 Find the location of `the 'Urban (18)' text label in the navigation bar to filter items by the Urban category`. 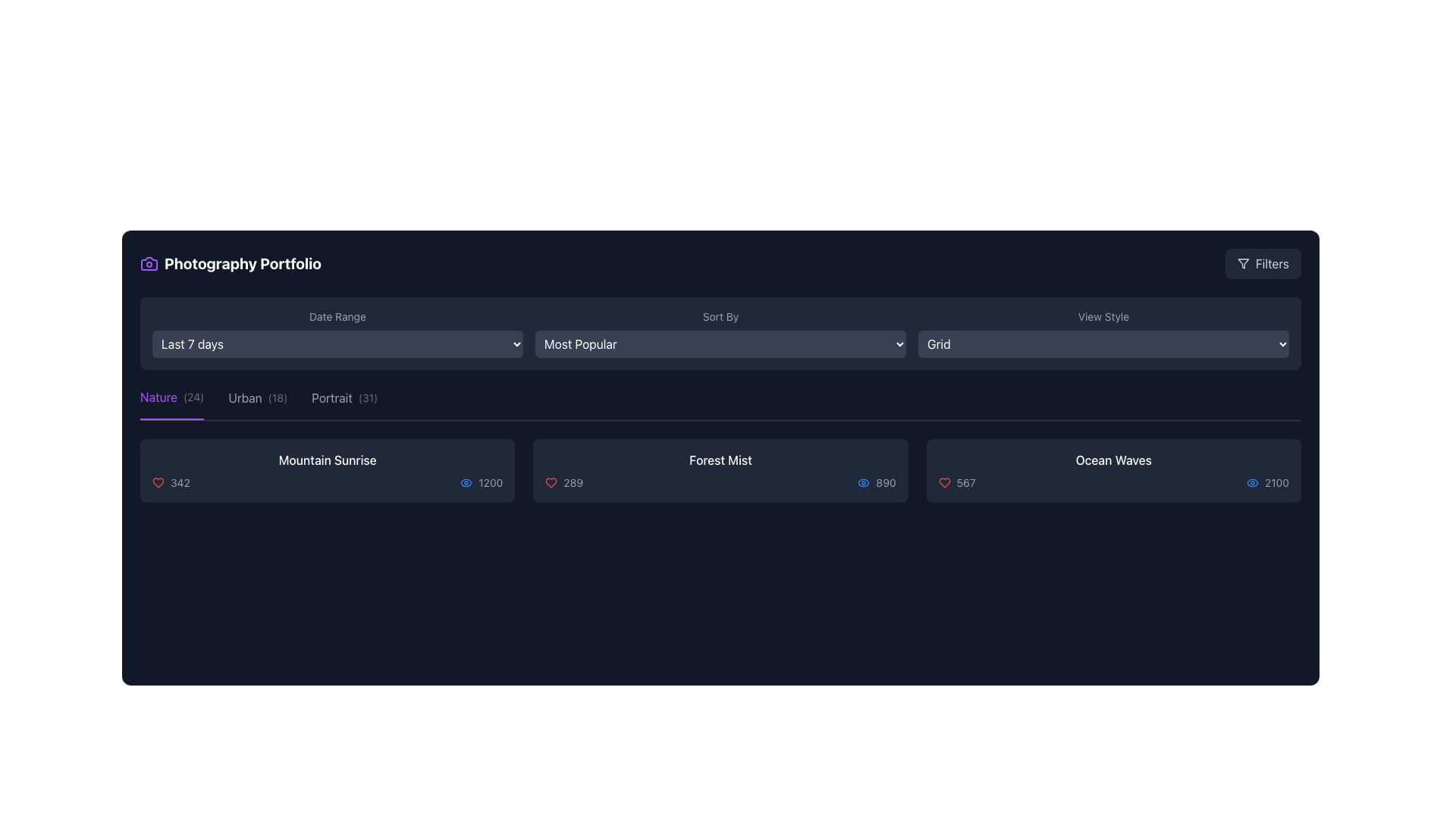

the 'Urban (18)' text label in the navigation bar to filter items by the Urban category is located at coordinates (258, 397).